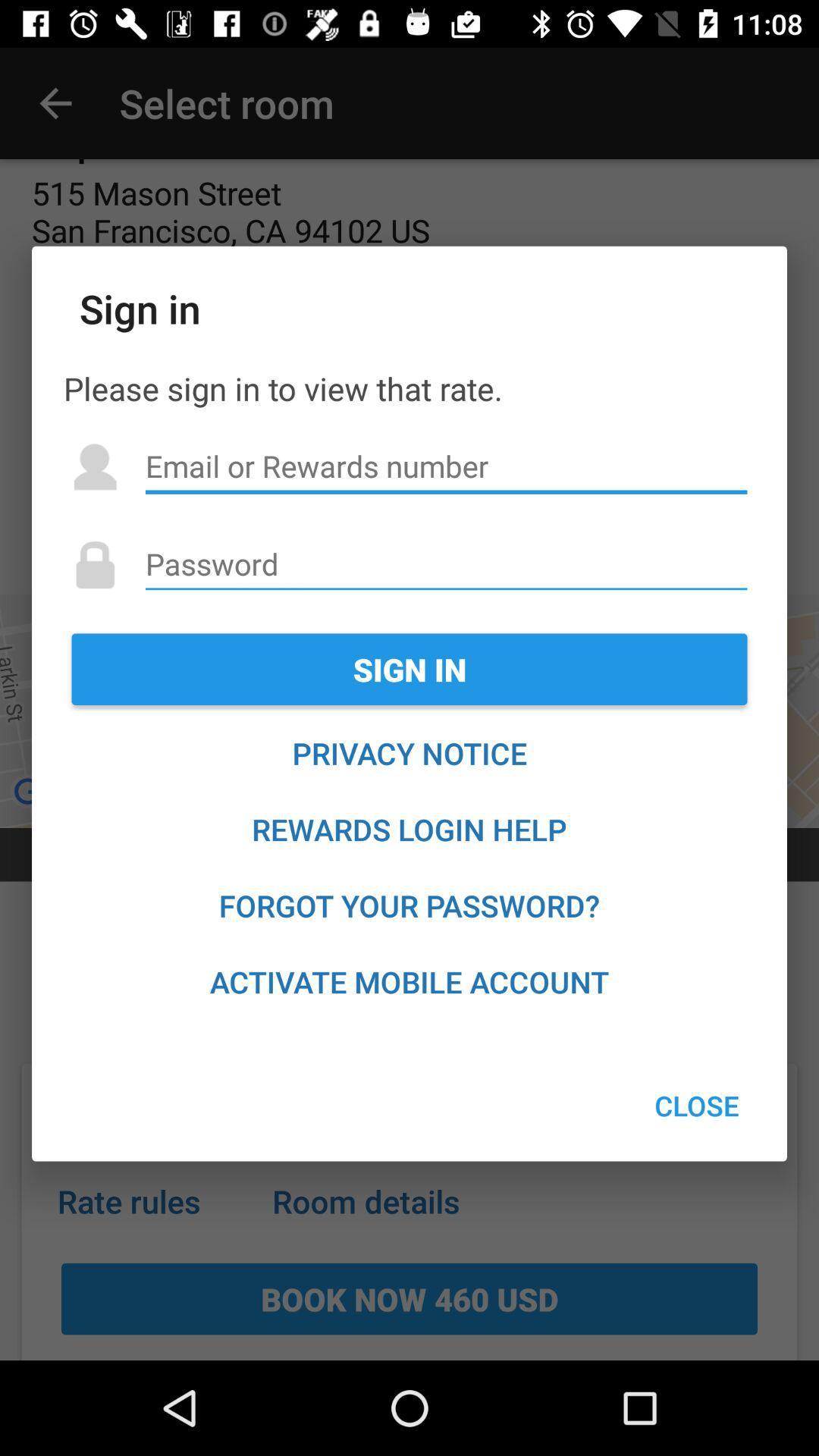  I want to click on the item below sign in item, so click(409, 753).